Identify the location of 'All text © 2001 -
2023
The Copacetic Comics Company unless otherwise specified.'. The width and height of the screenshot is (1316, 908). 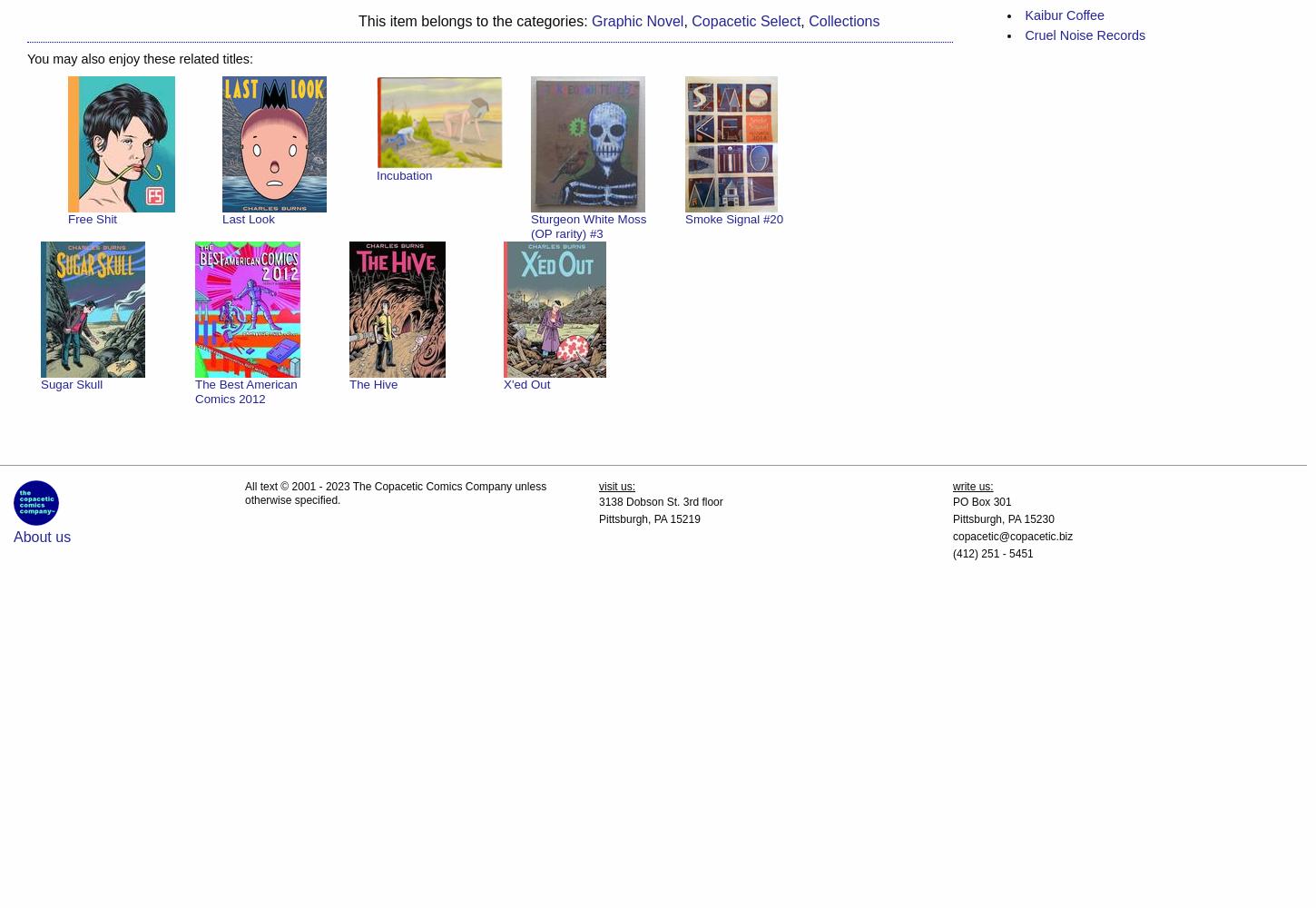
(395, 493).